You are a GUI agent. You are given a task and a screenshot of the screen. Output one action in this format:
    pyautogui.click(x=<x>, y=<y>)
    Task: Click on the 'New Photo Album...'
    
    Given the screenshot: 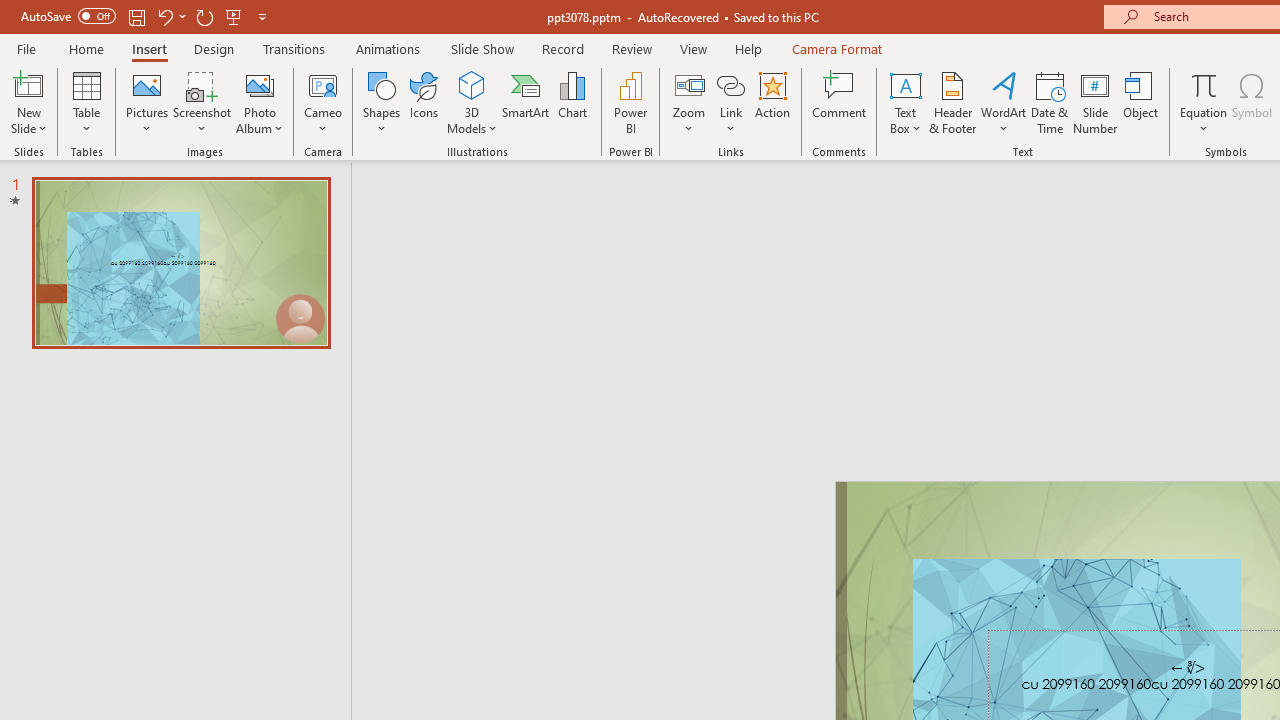 What is the action you would take?
    pyautogui.click(x=258, y=84)
    